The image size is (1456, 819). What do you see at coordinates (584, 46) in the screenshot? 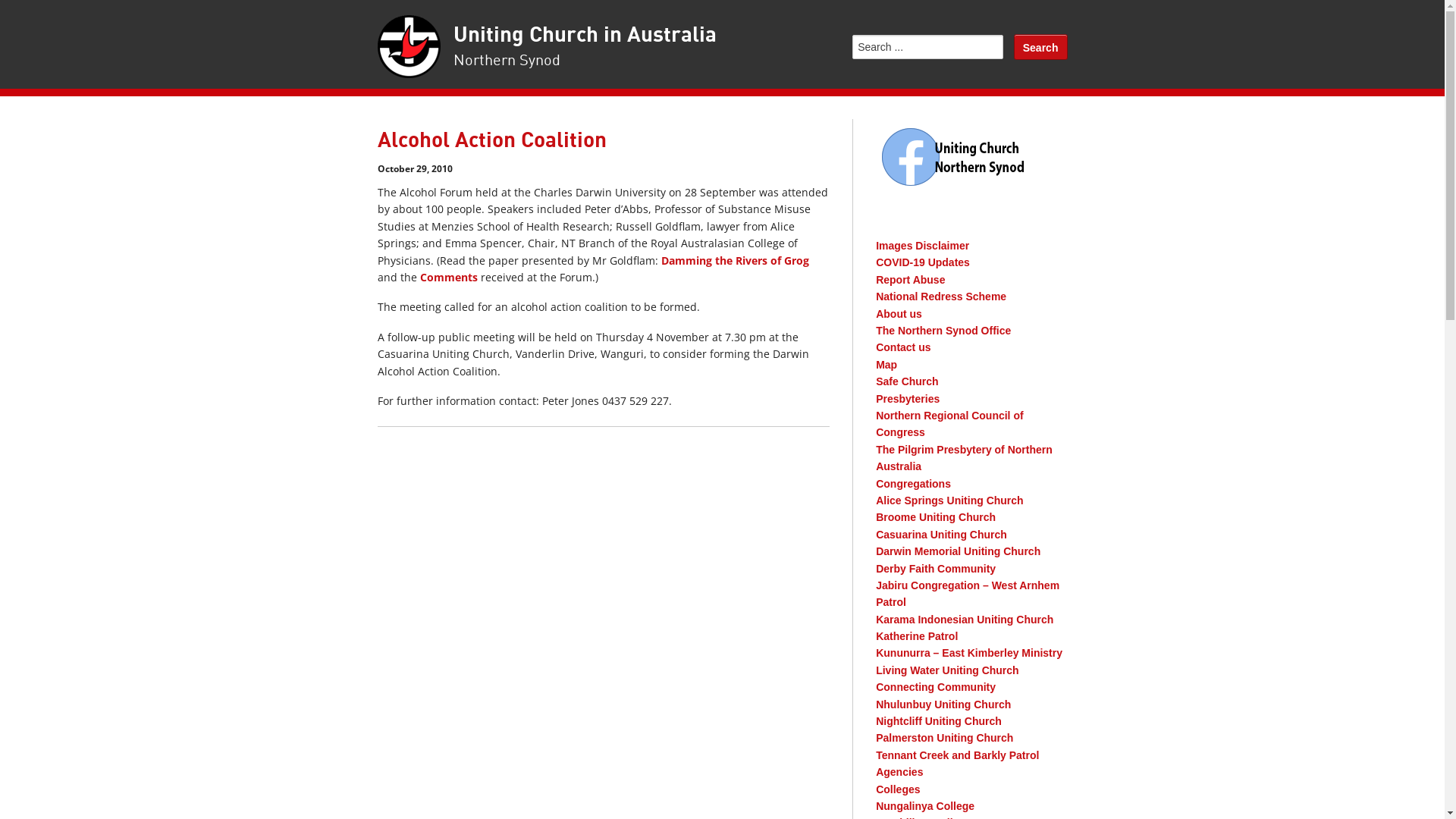
I see `'Uniting Church in Australia` at bounding box center [584, 46].